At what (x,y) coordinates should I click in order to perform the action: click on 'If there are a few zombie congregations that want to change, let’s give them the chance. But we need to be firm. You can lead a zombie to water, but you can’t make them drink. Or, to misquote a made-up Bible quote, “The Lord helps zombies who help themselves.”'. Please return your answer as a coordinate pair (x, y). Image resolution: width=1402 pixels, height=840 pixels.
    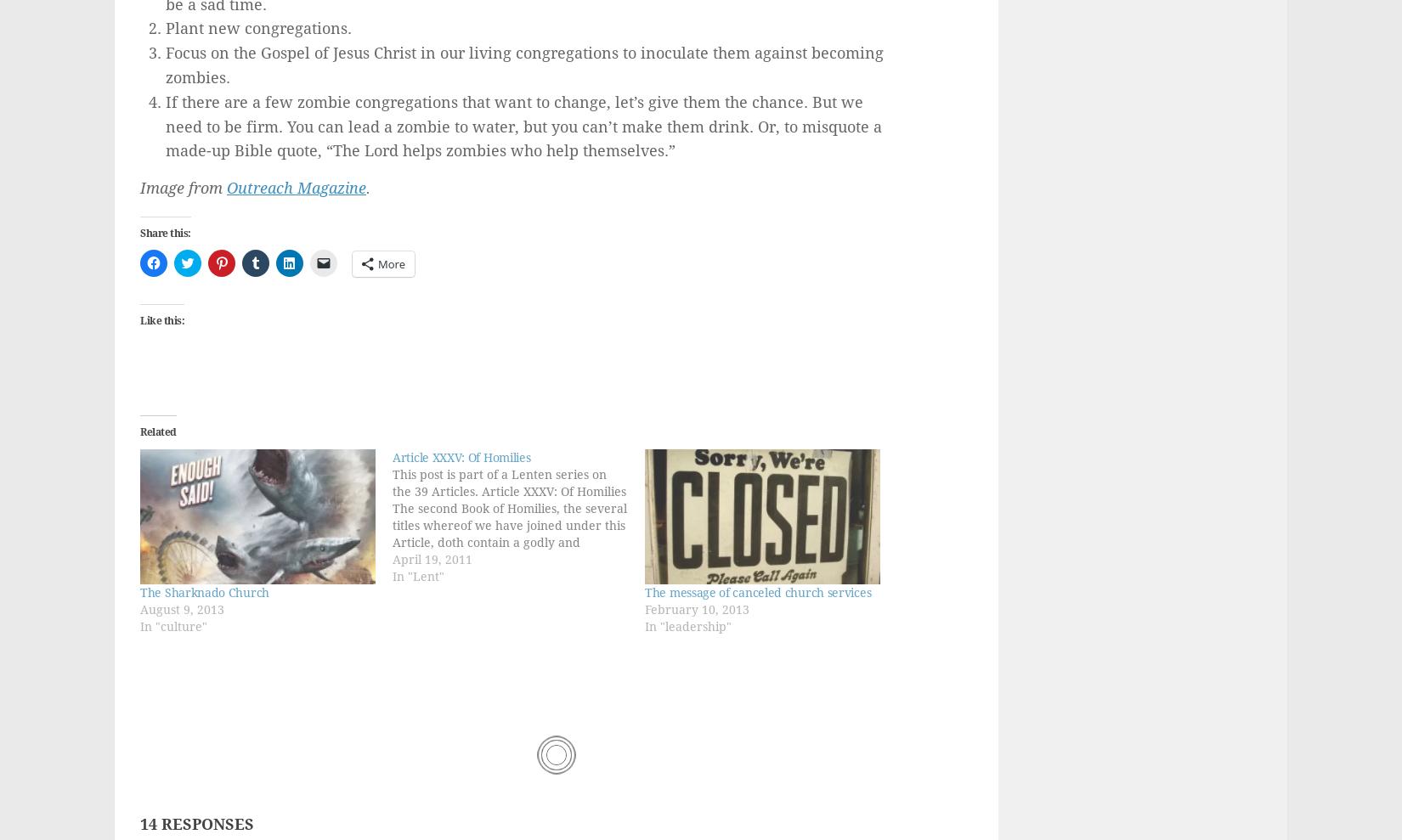
    Looking at the image, I should click on (523, 125).